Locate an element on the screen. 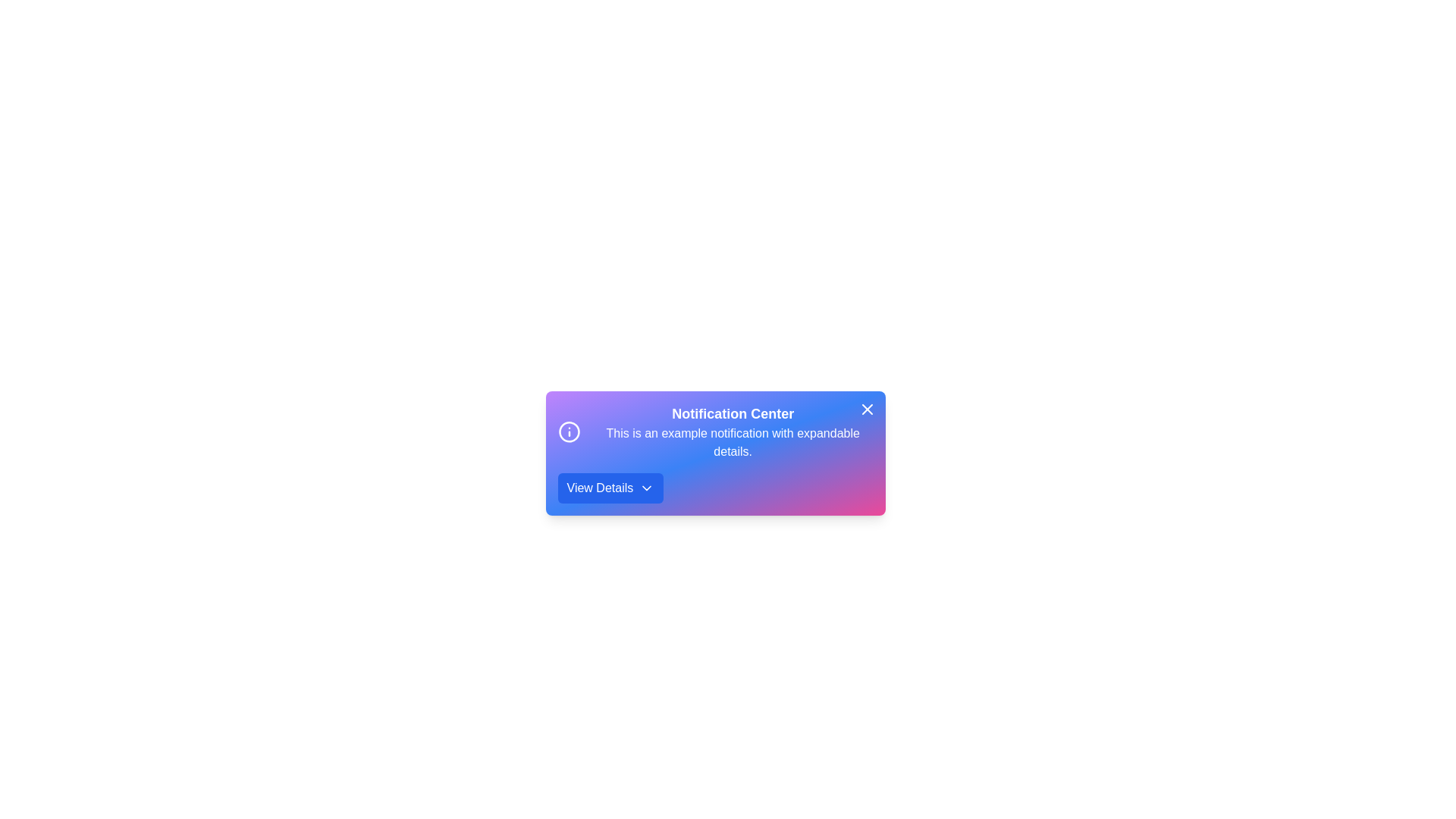  the 'X' button to close the notification is located at coordinates (867, 409).